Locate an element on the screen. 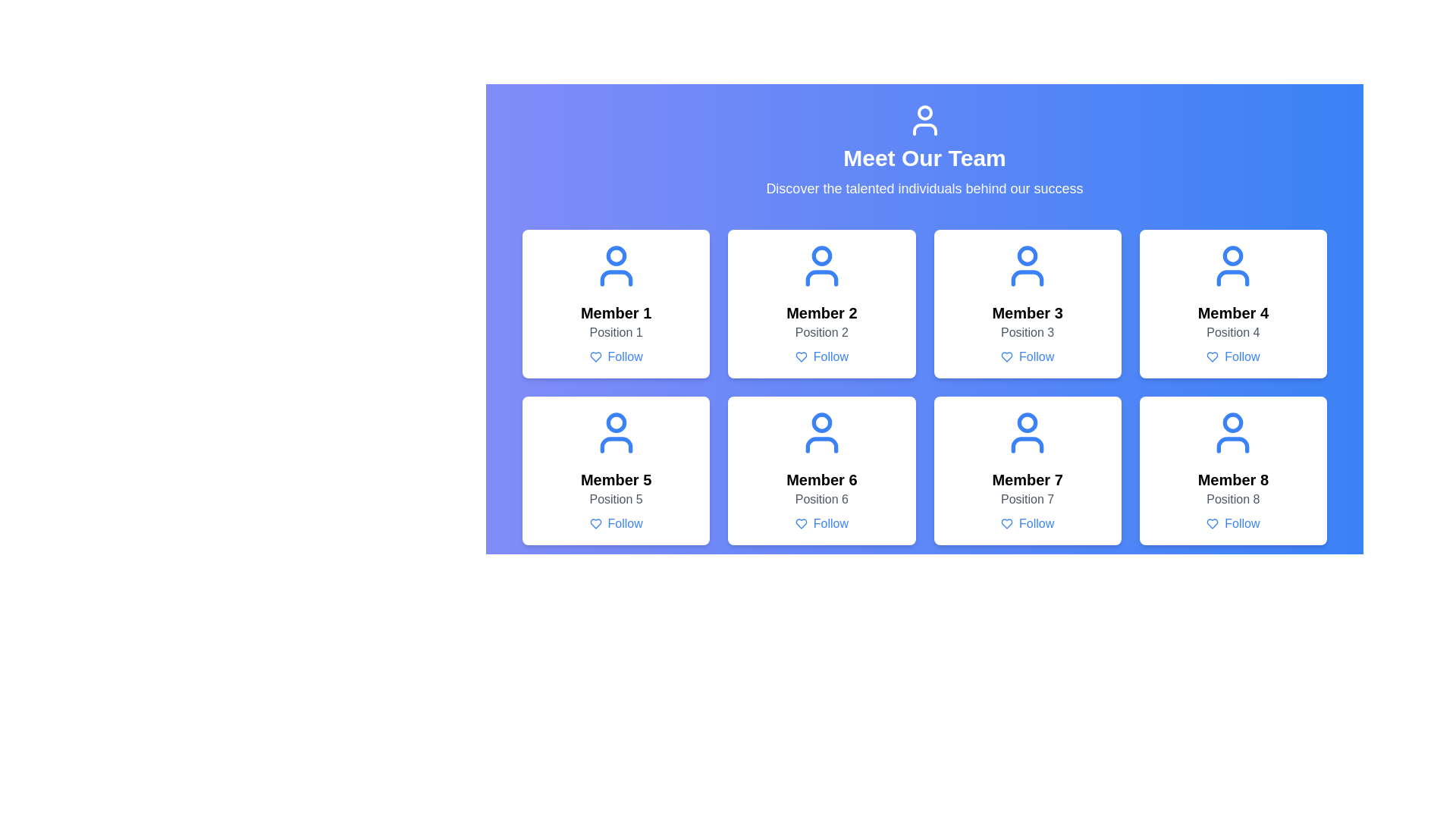 This screenshot has height=819, width=1456. the heart-shaped icon within the 'Member 4' section, located below the name and title text, adjacent to the 'Follow' label is located at coordinates (1212, 356).